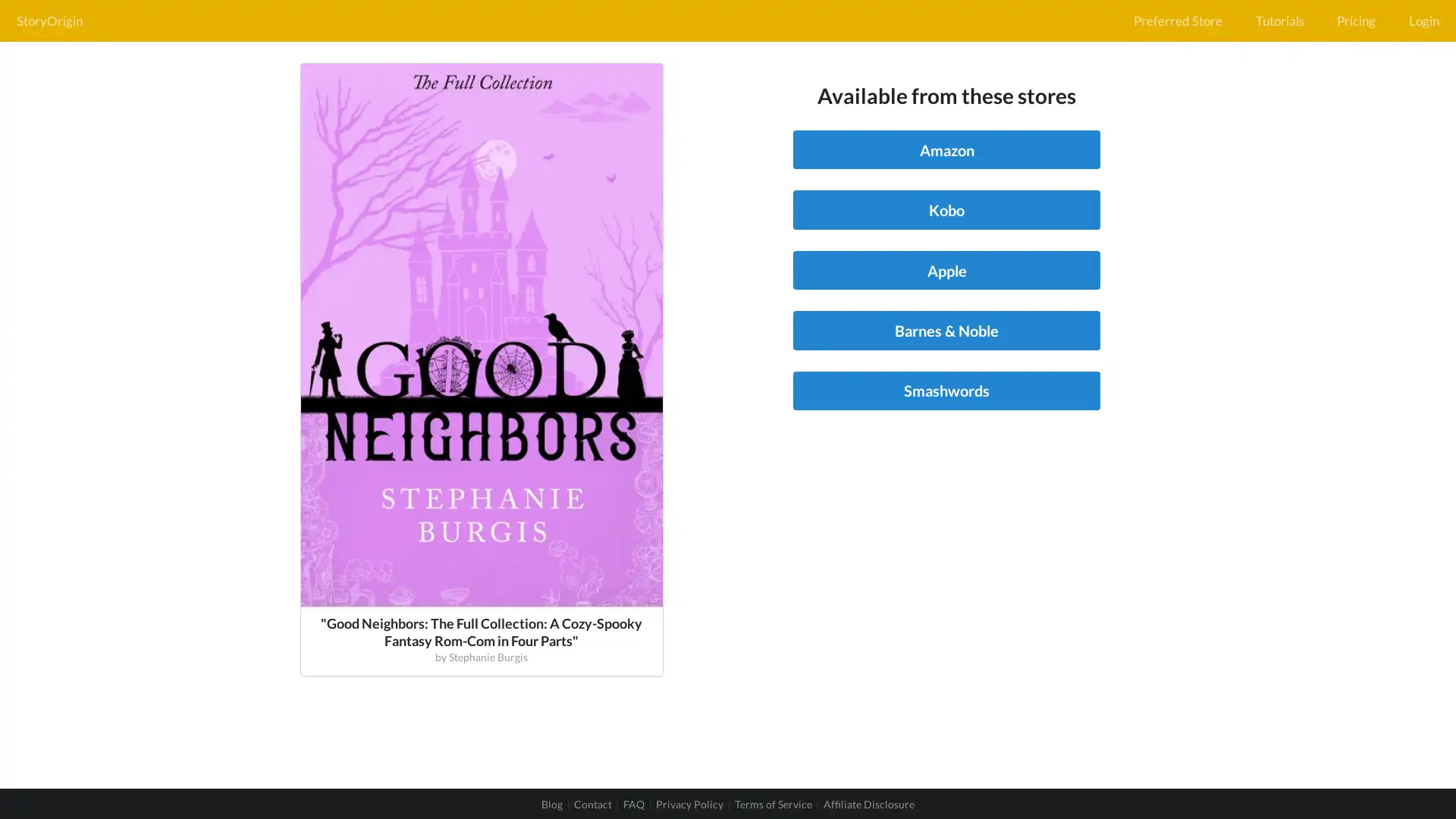 The image size is (1456, 819). I want to click on Kobo, so click(946, 209).